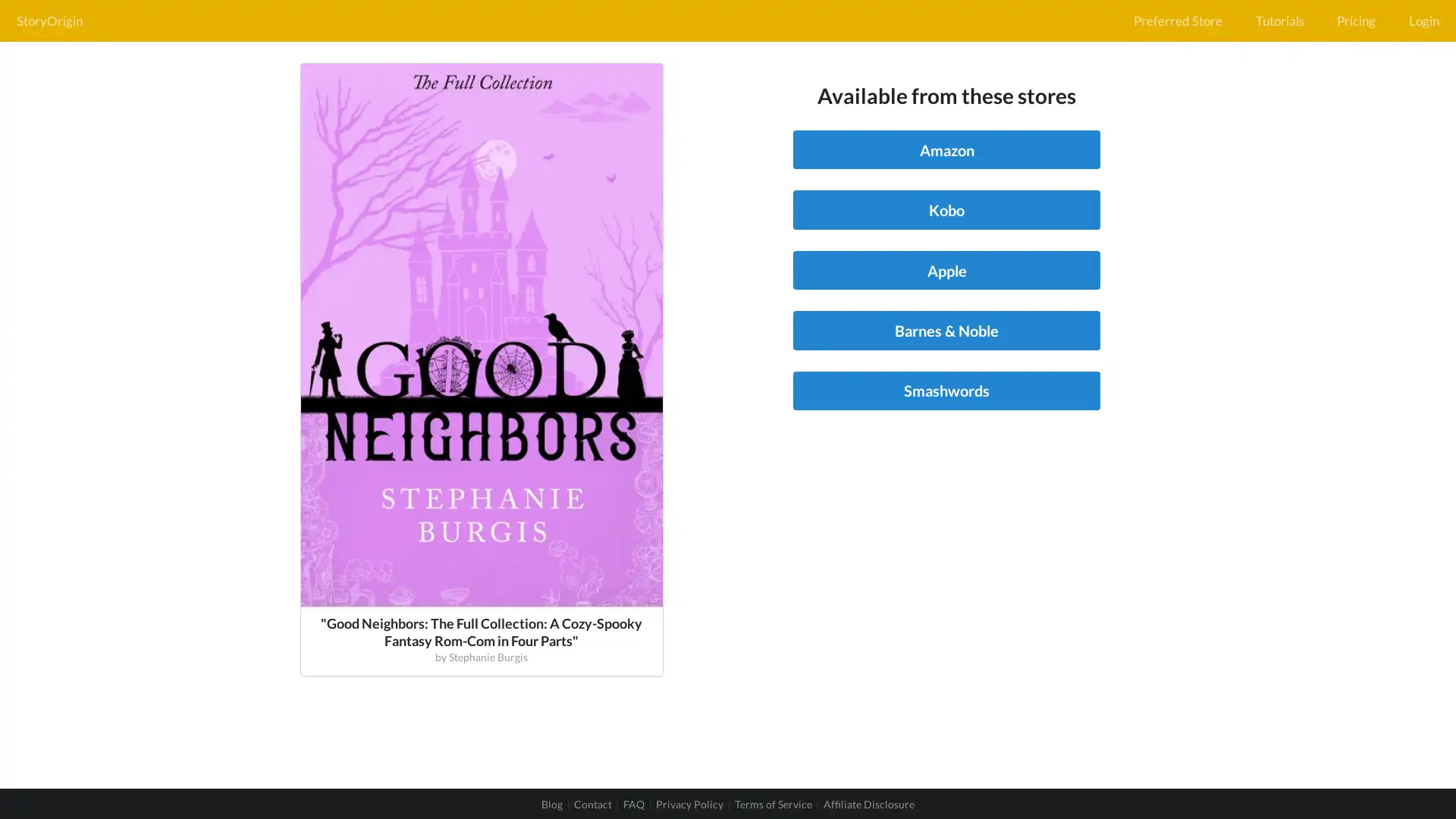 The image size is (1456, 819). I want to click on Kobo, so click(946, 209).